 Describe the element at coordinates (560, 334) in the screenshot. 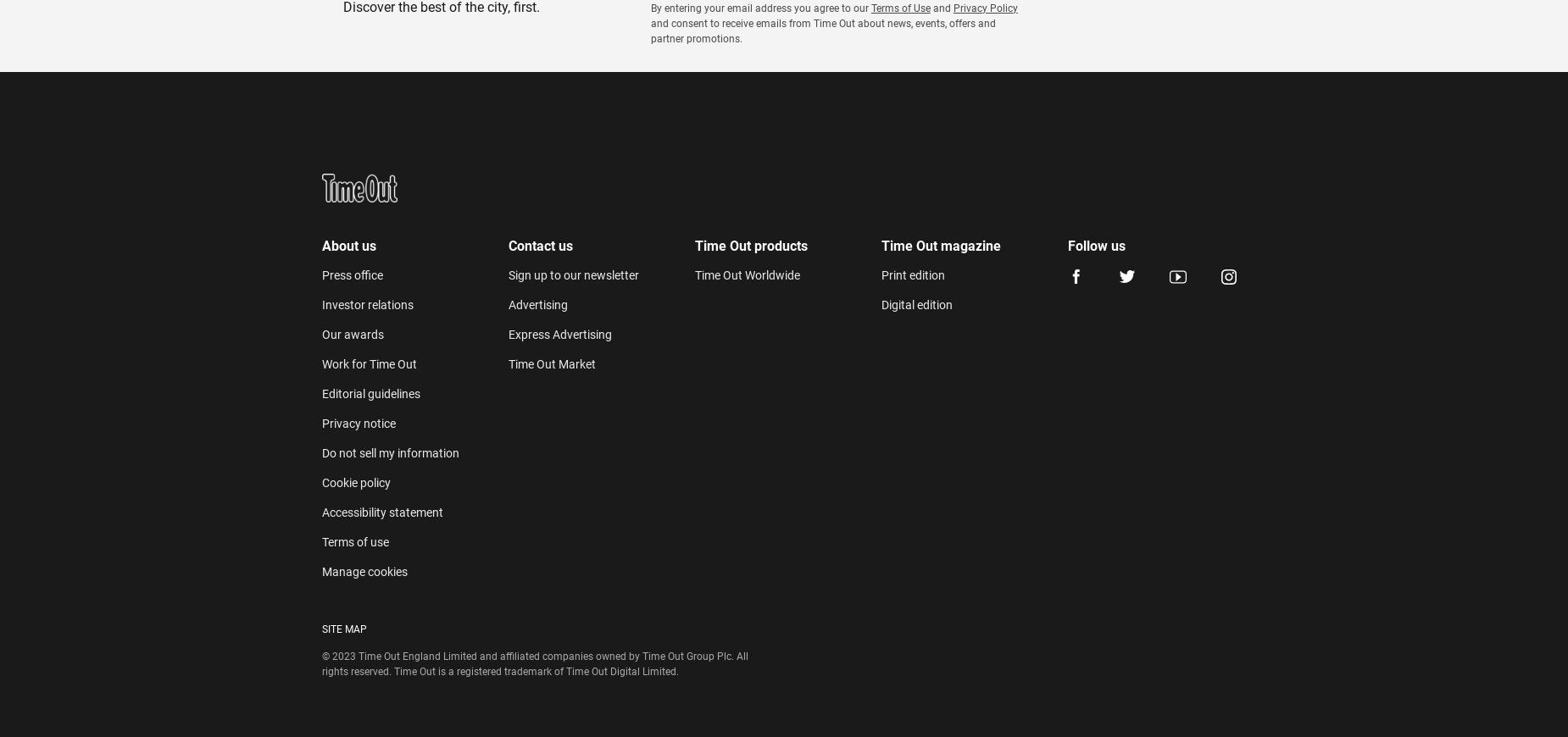

I see `'Express Advertising'` at that location.